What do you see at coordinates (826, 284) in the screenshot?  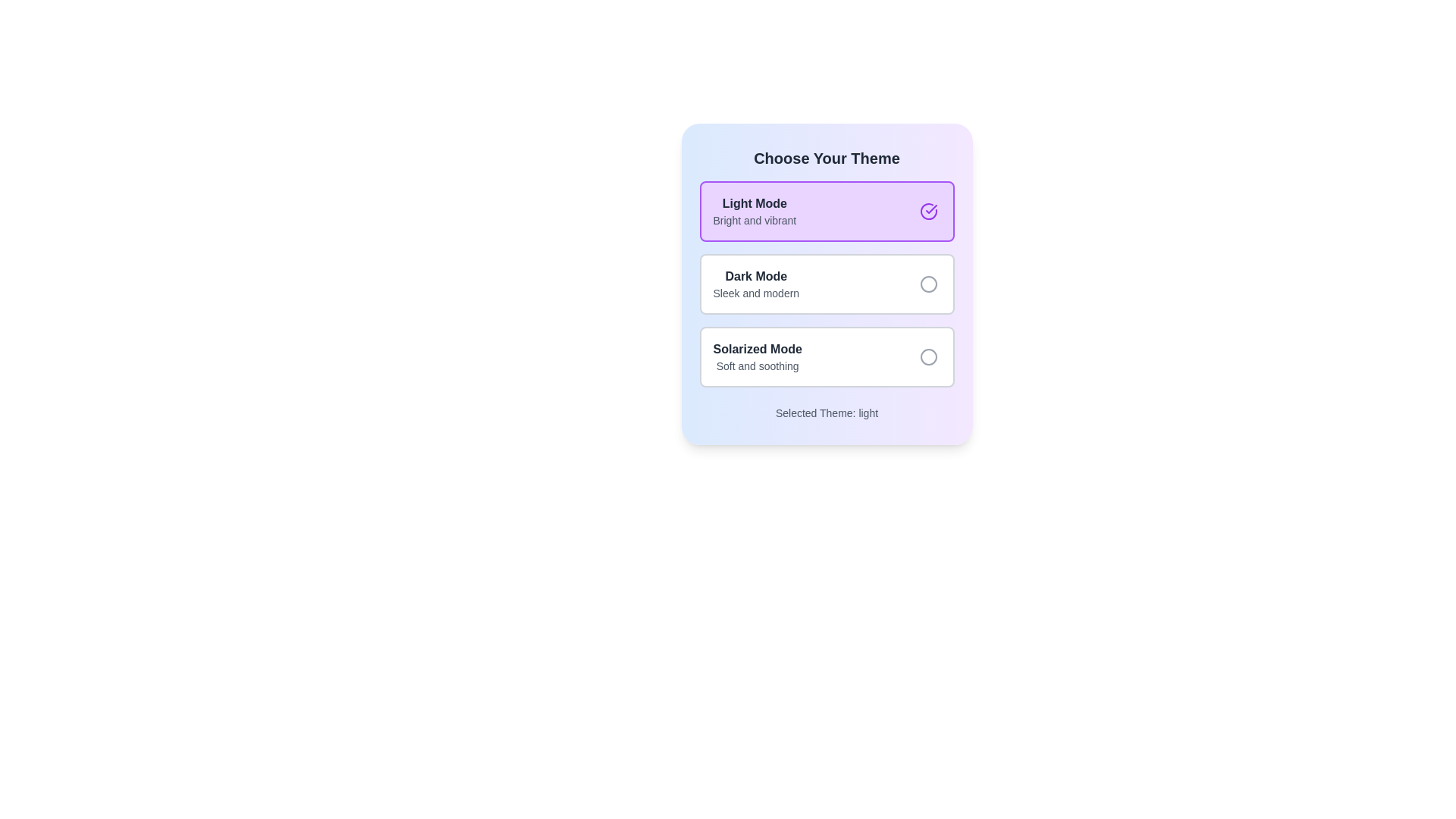 I see `the 'Dark Mode' theme selectable list item, which is the second option in a vertical list of three theme options` at bounding box center [826, 284].